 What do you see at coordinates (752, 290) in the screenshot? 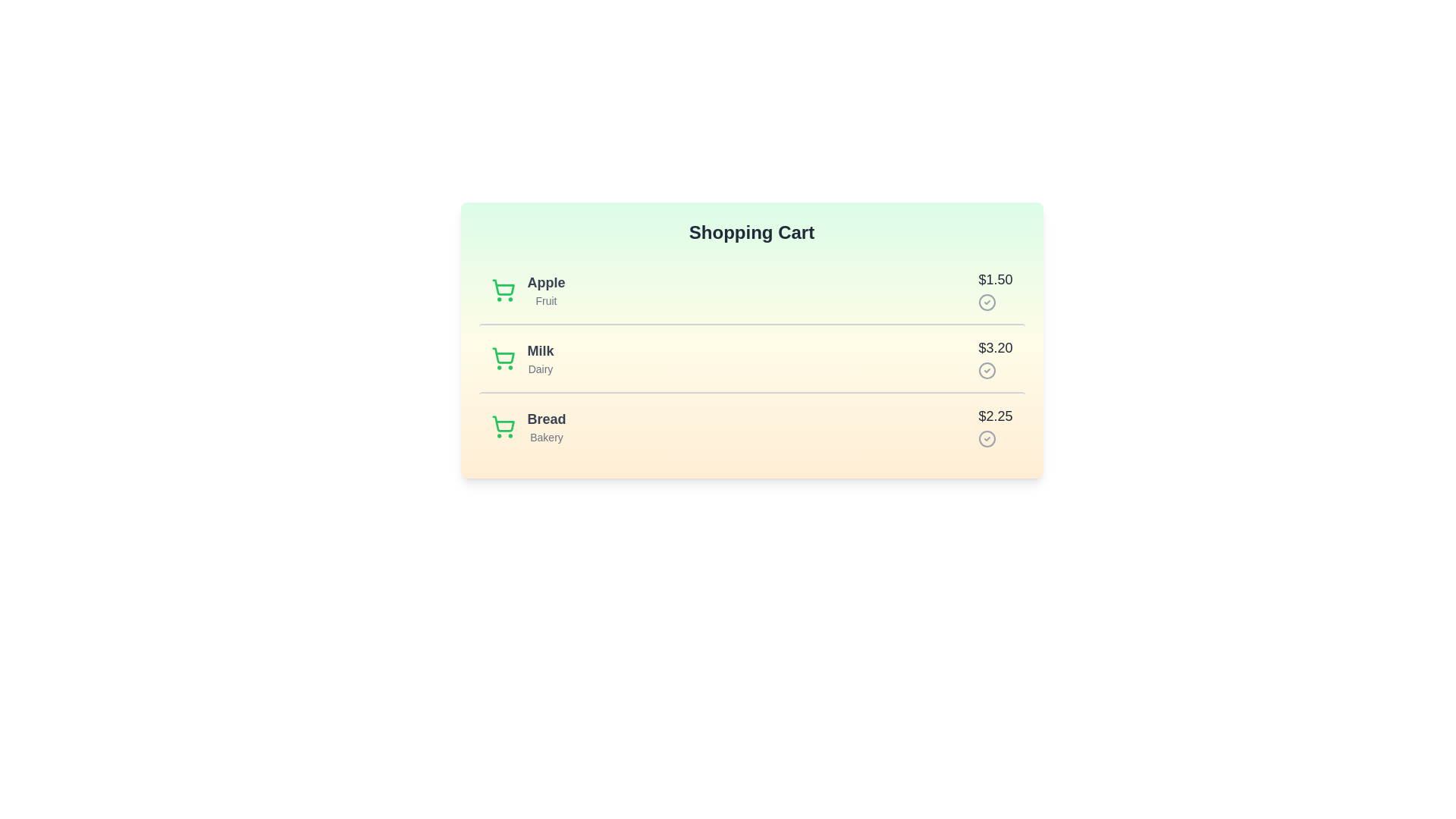
I see `the item Apple to trigger visual feedback` at bounding box center [752, 290].